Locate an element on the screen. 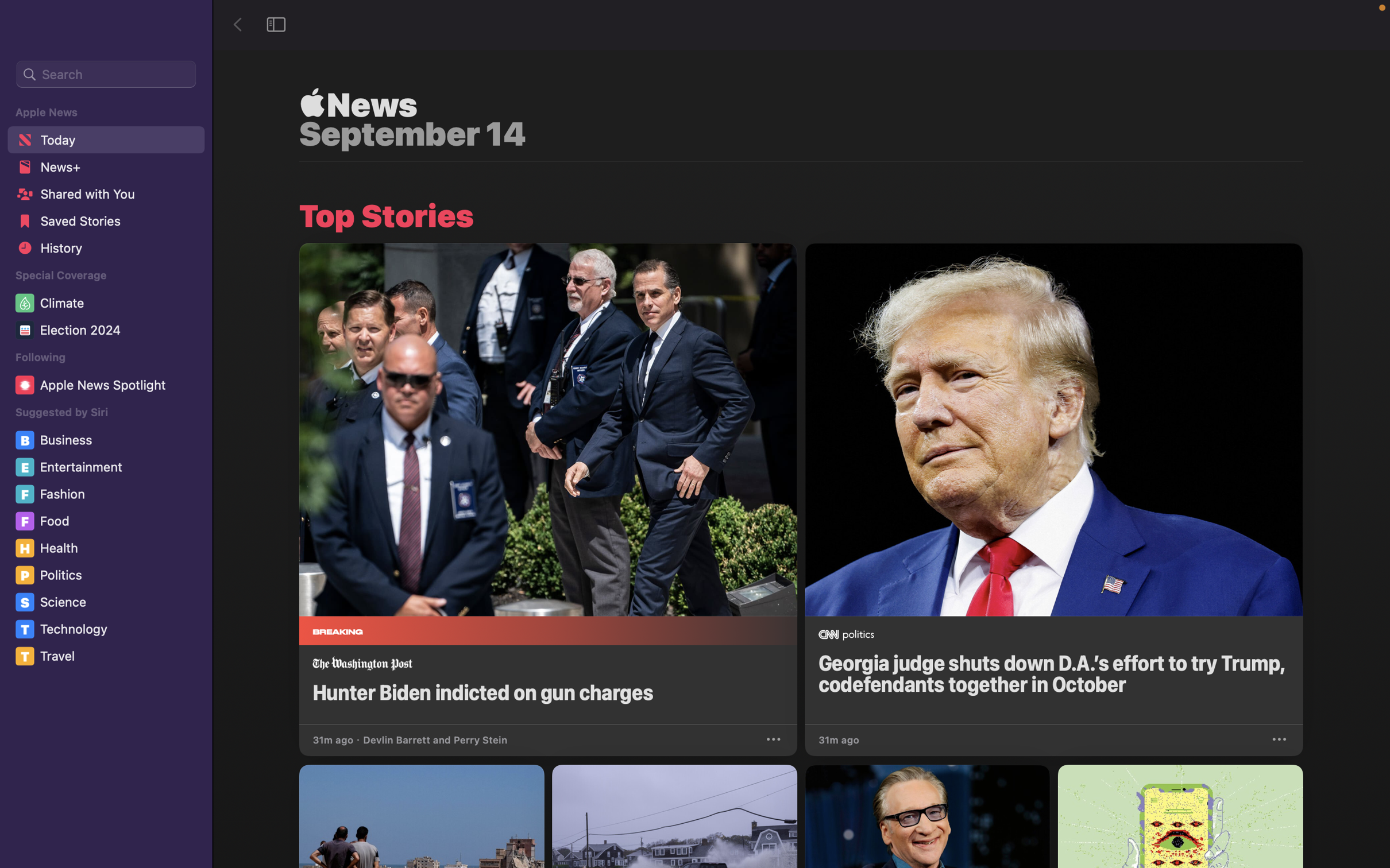  the second news story featuring a judge in Georgia is located at coordinates (1053, 483).